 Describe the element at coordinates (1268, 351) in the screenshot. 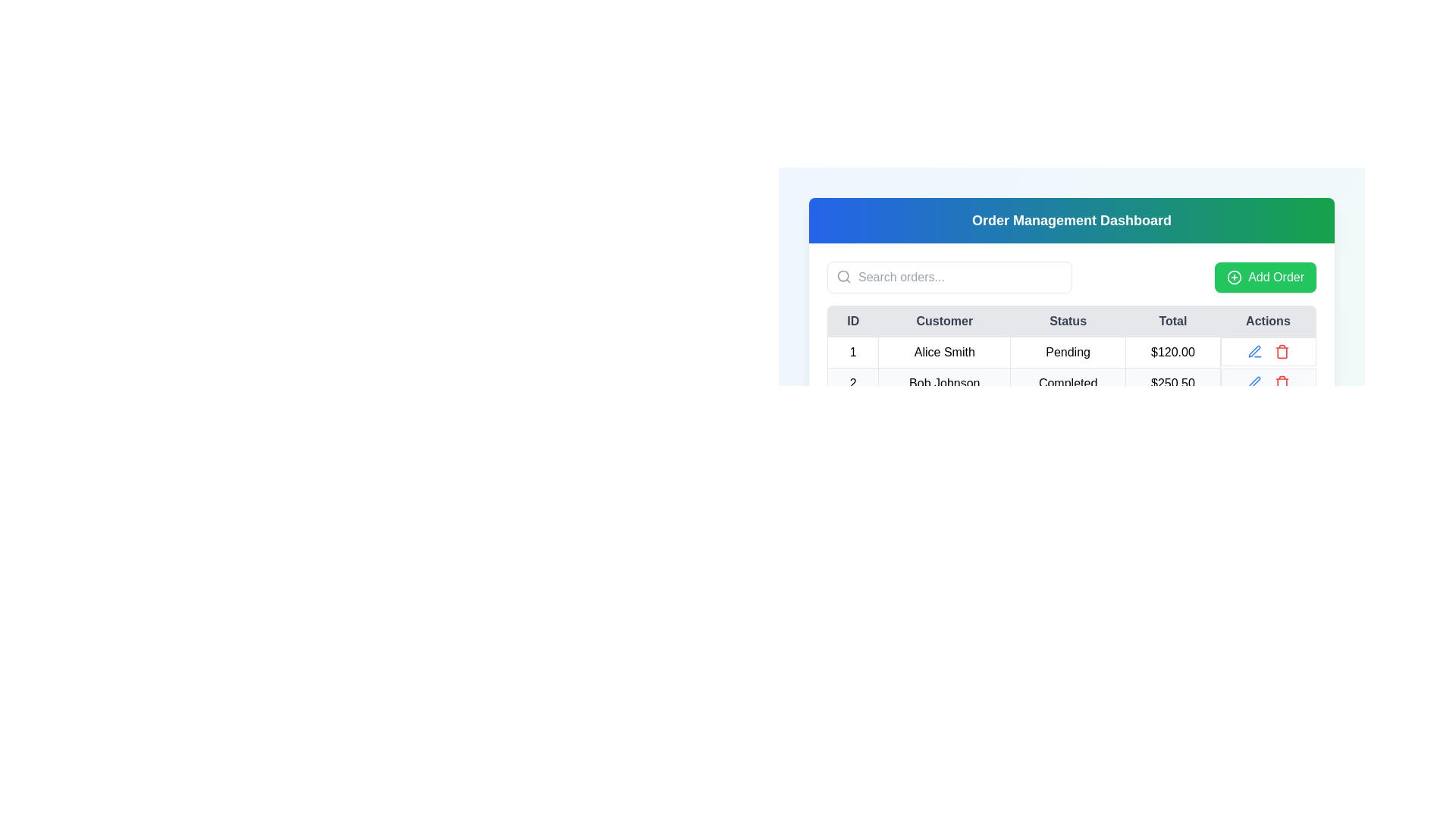

I see `the blue pencil icon in the Action menu for the row corresponding to the customer 'Alice Smith' to initiate the editing functionality` at that location.